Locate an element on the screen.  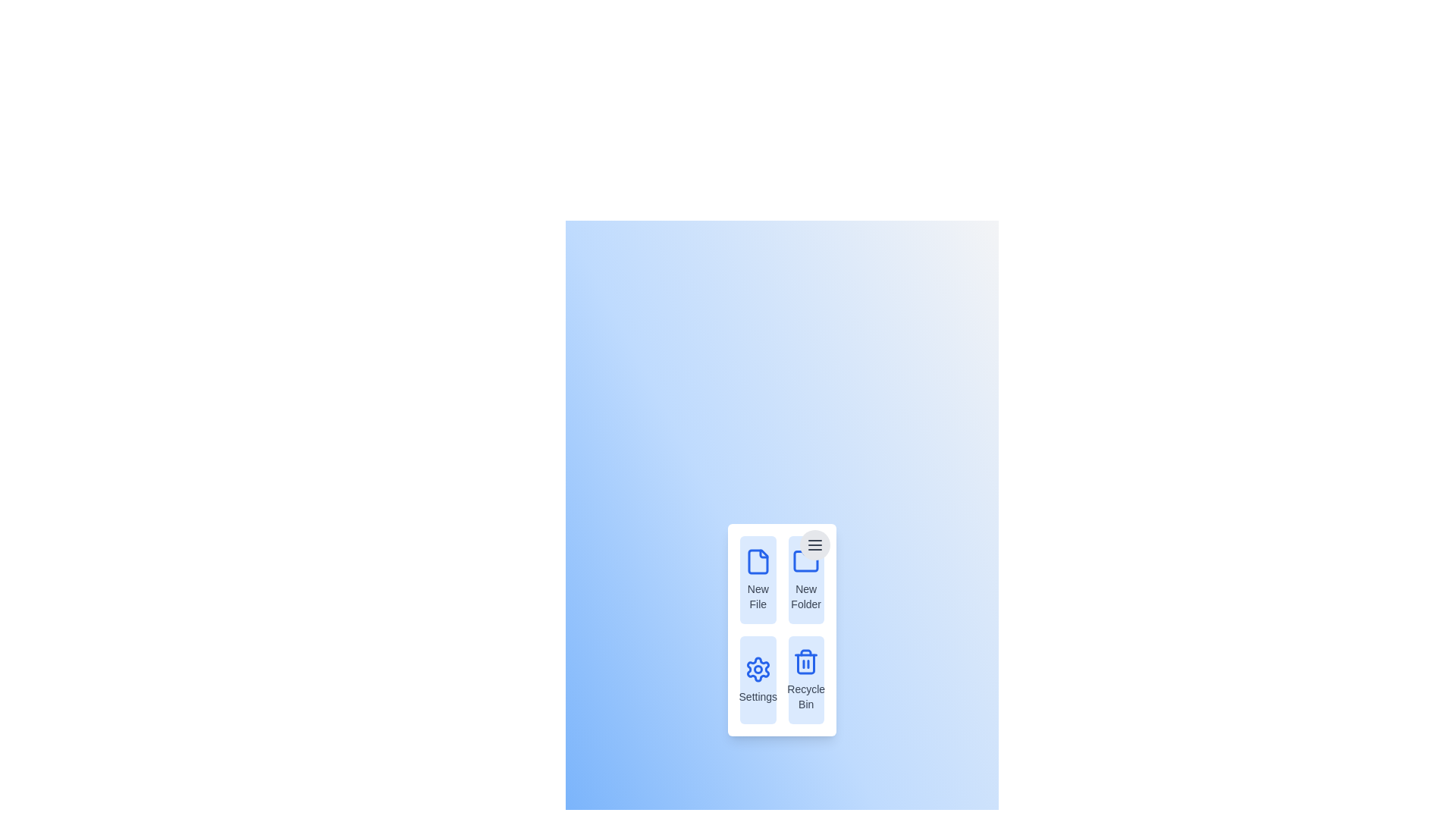
the menu item Recycle Bin to observe its hover effect is located at coordinates (805, 679).